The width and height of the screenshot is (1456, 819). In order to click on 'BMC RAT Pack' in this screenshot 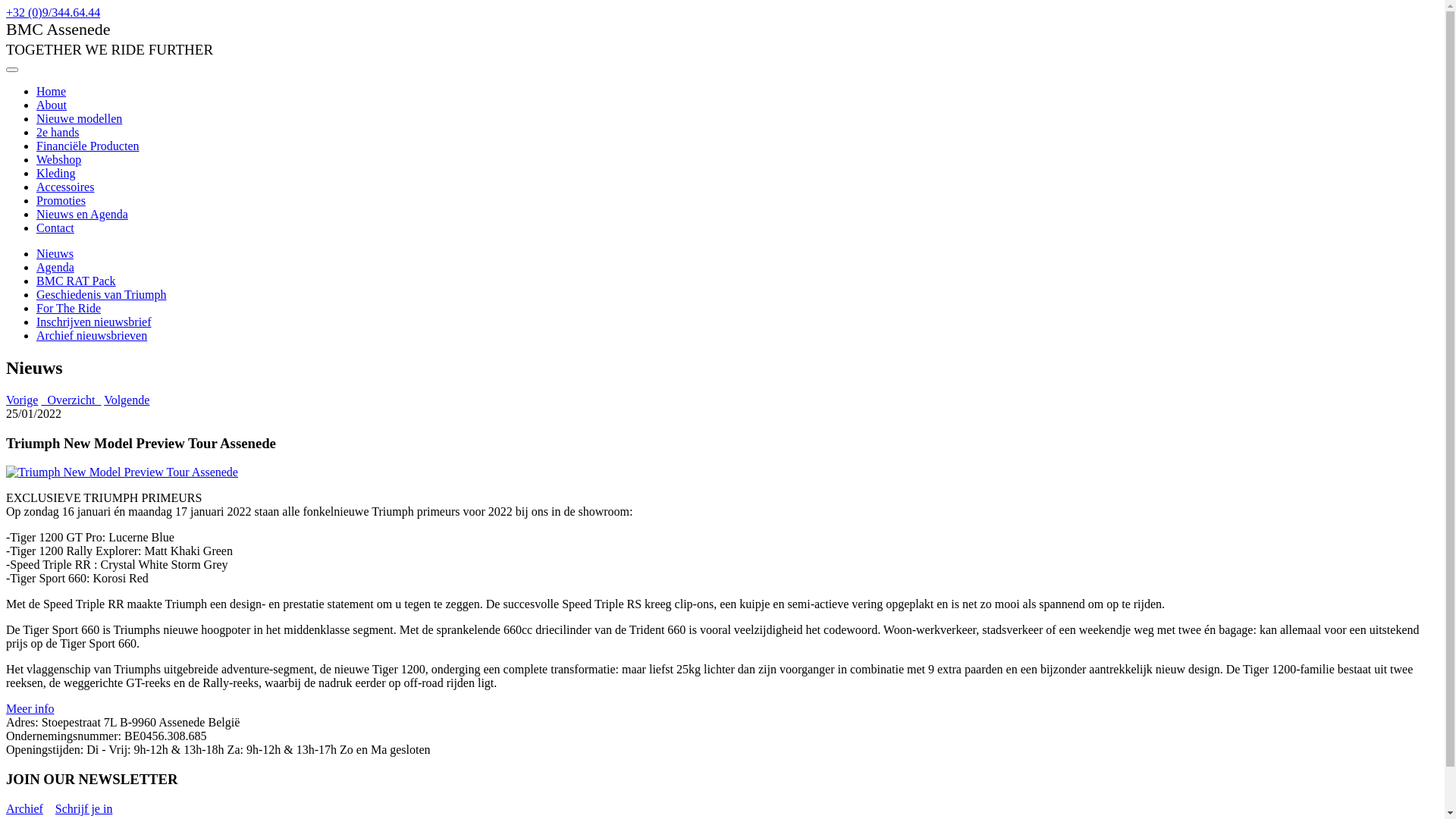, I will do `click(75, 281)`.